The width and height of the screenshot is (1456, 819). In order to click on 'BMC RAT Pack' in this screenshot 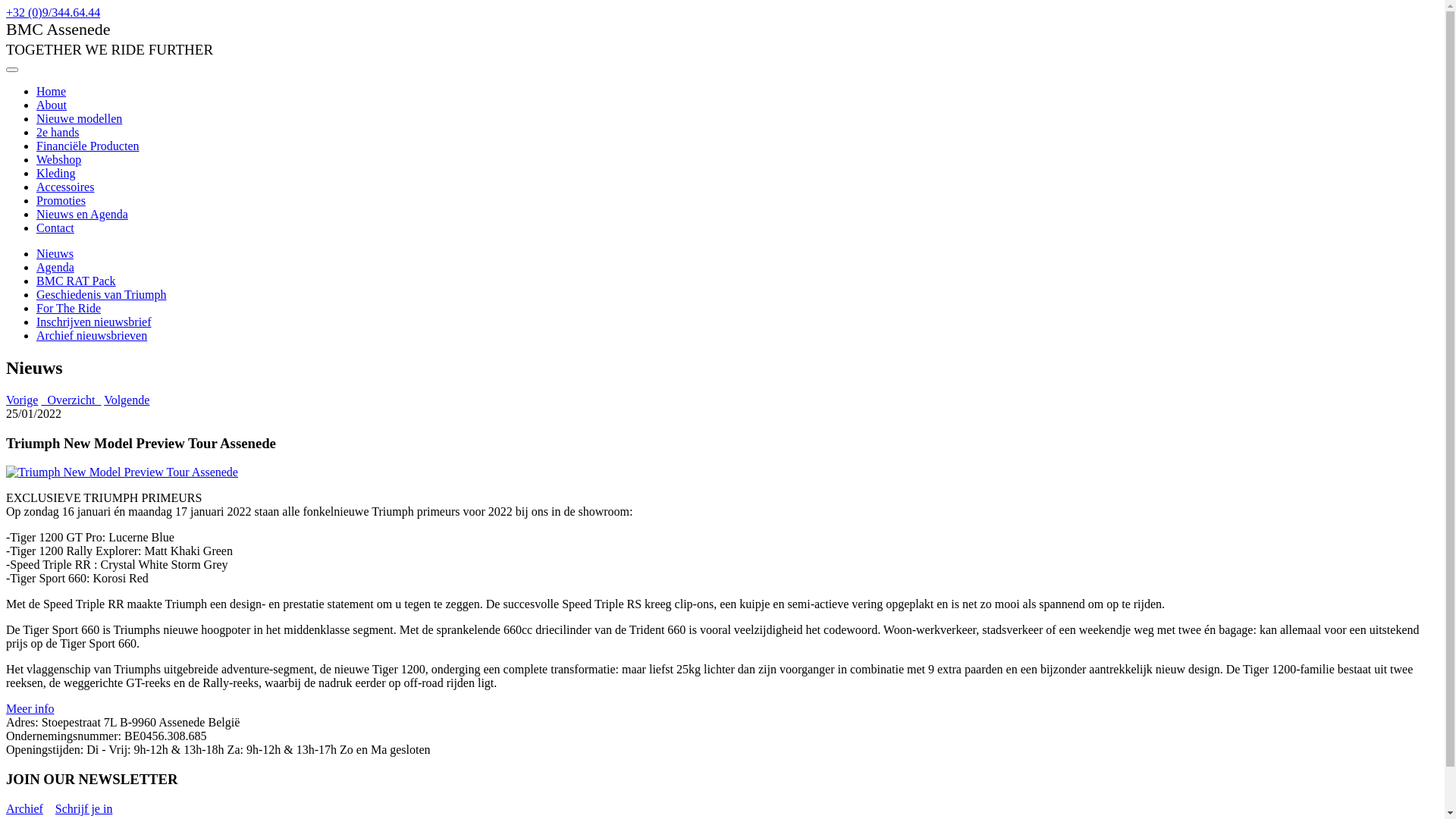, I will do `click(75, 281)`.